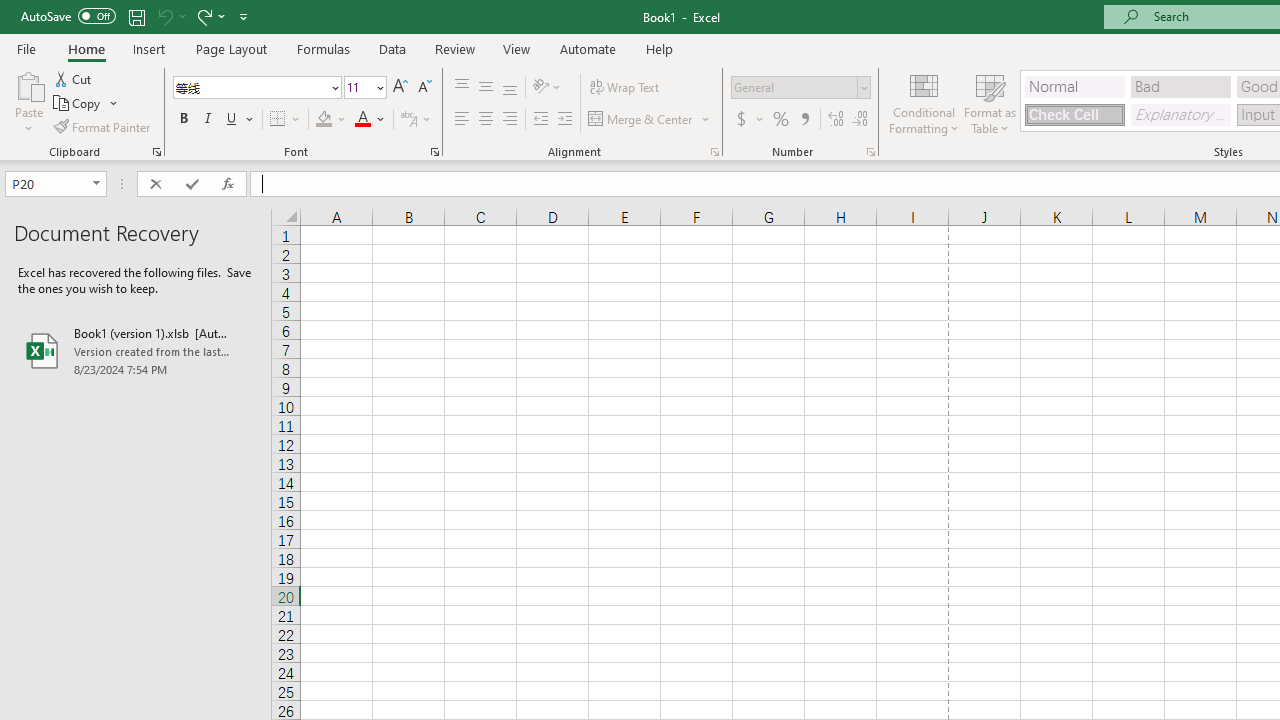 The height and width of the screenshot is (720, 1280). I want to click on 'Customize Quick Access Toolbar', so click(243, 16).